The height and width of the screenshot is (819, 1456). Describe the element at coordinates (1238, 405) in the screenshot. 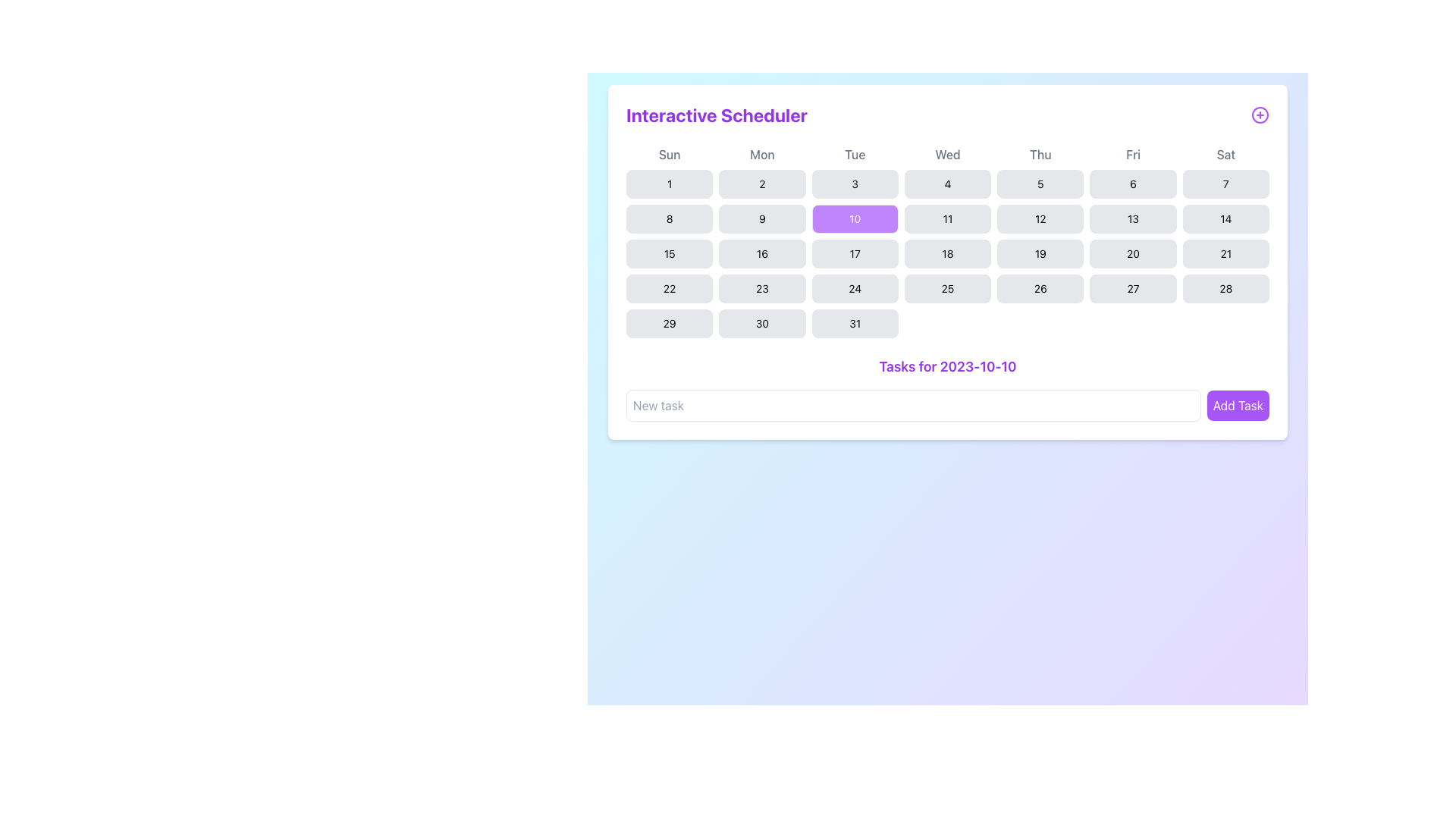

I see `the submit button located in the bottom-right part of the scheduler interface` at that location.